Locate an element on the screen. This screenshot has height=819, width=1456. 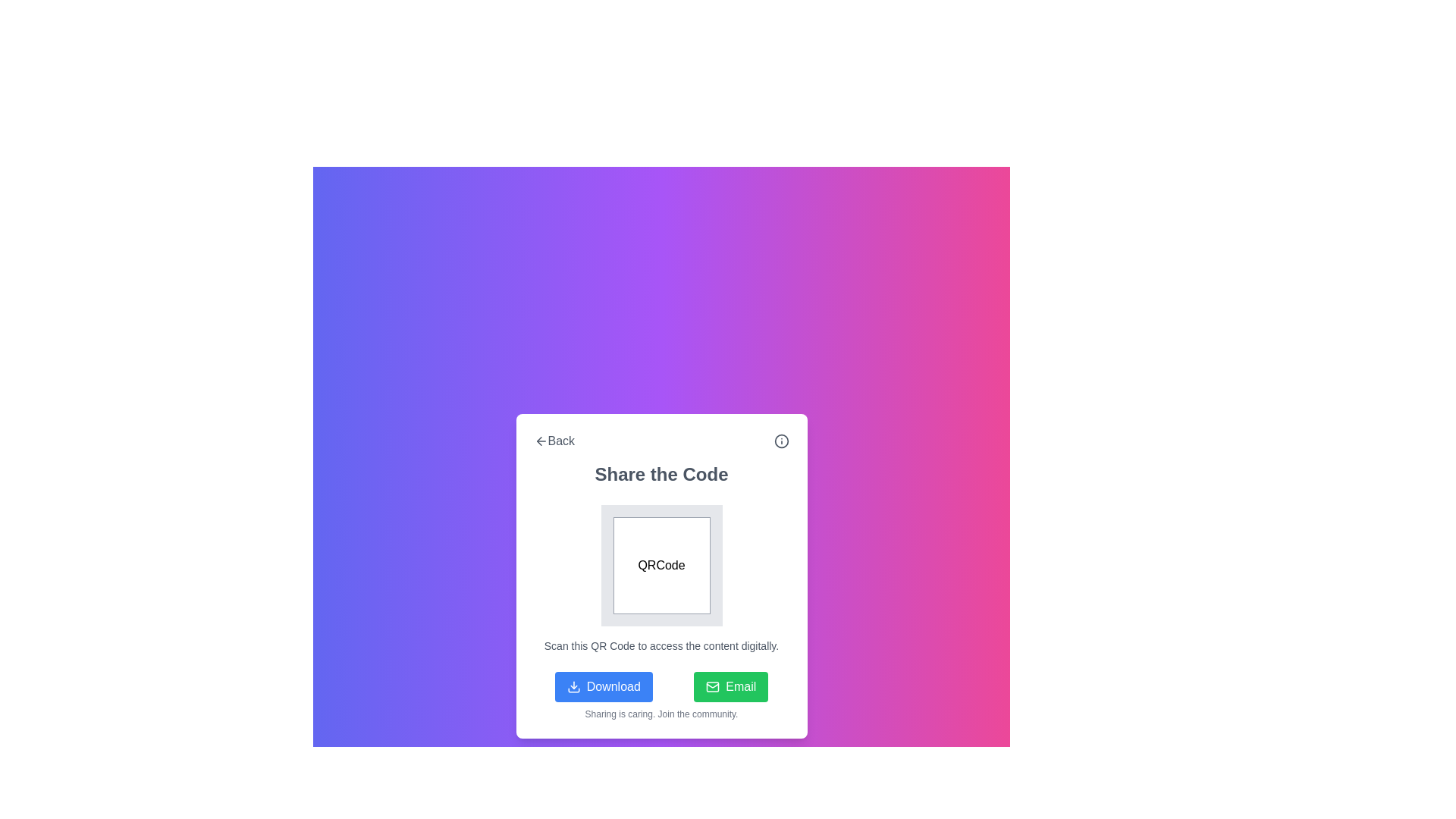
the round gray icon with a thin outline and centered dot located at the top-right corner of the header section, to the right of the 'Back' button, for more information is located at coordinates (781, 441).